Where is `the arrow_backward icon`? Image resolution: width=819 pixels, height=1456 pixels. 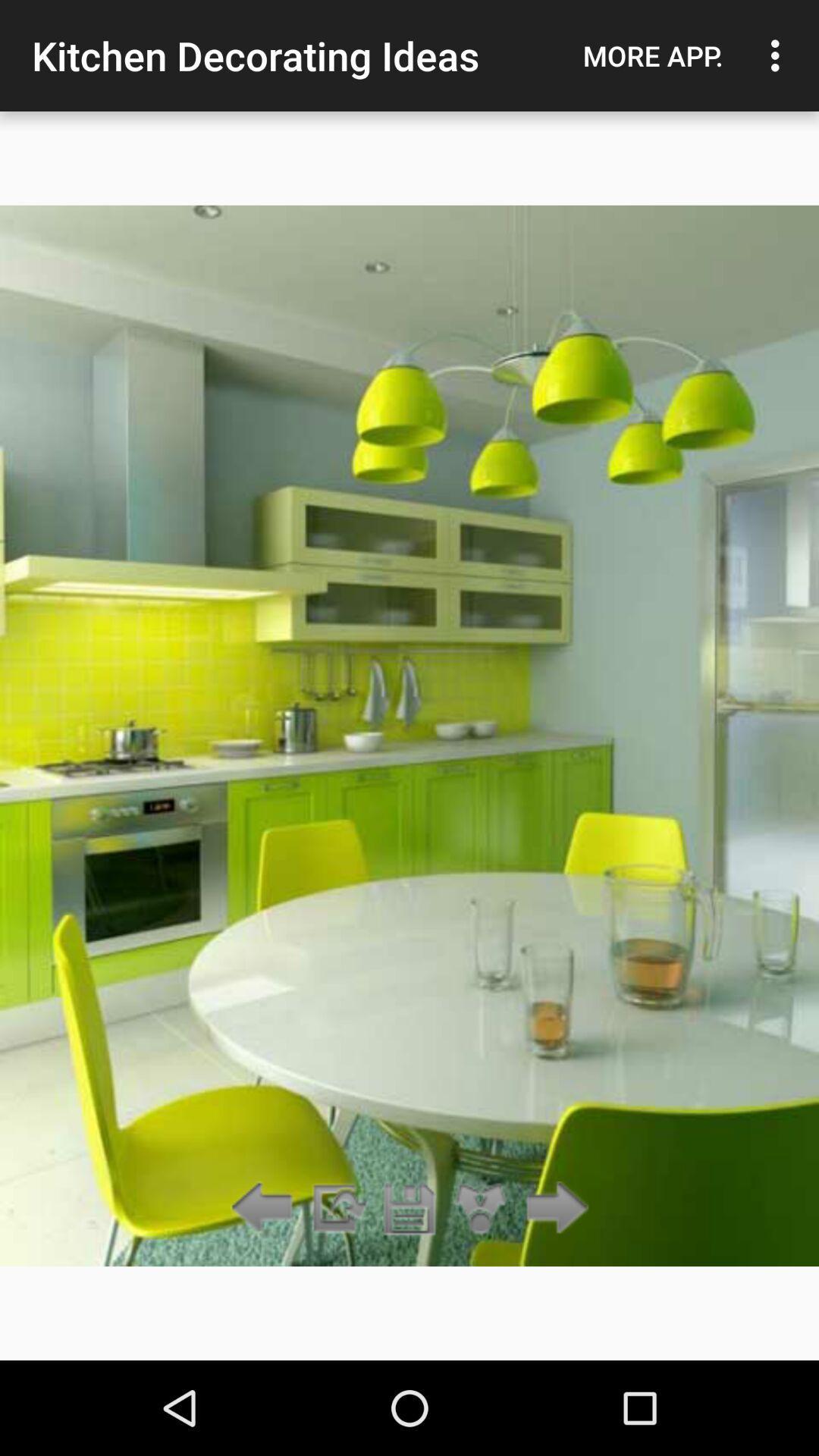 the arrow_backward icon is located at coordinates (265, 1208).